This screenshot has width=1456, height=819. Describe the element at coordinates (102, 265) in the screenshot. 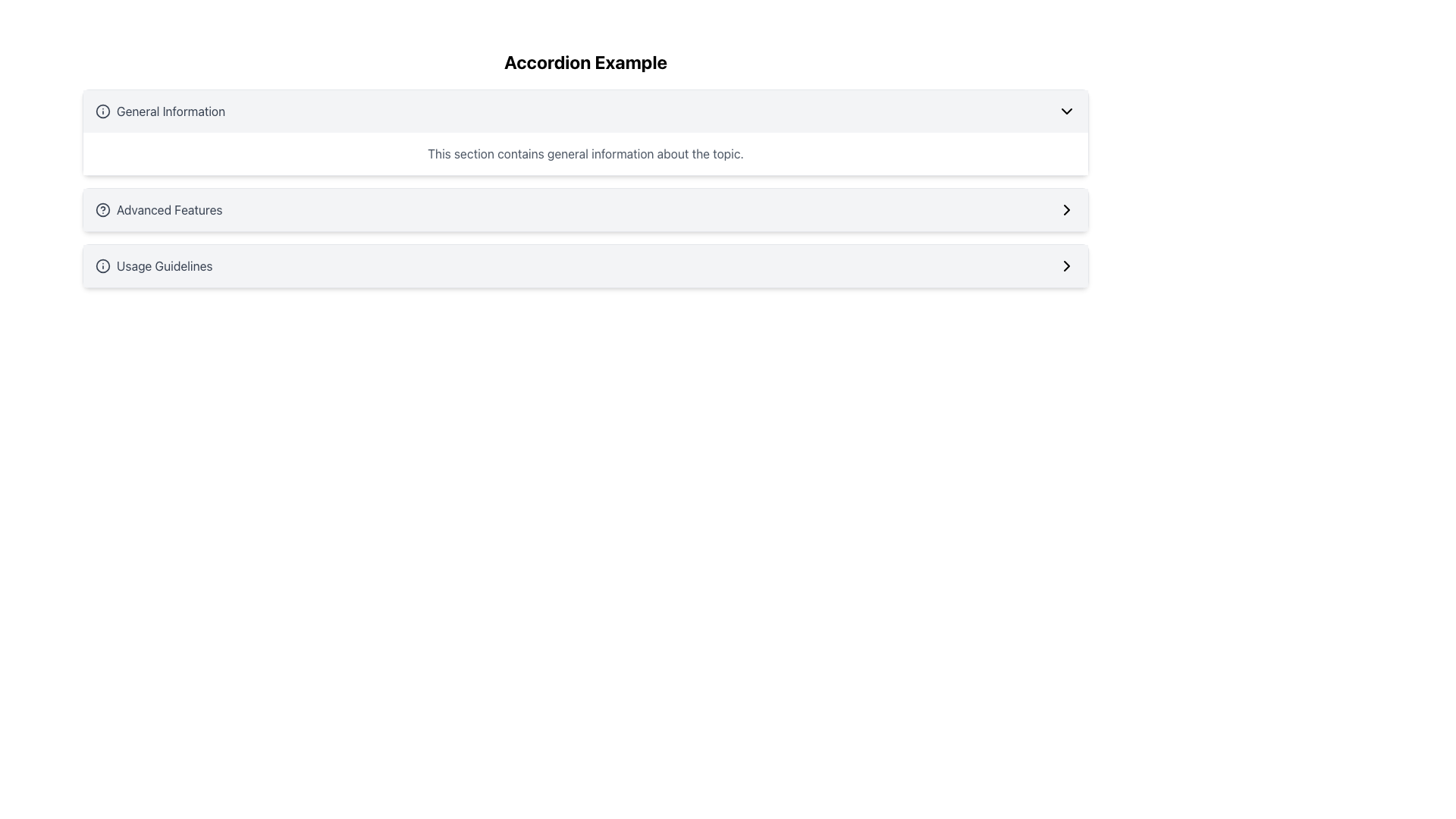

I see `the circular SVG shape that is part of the illustrated info sign at the beginning of the 'Usage Guidelines' section title` at that location.